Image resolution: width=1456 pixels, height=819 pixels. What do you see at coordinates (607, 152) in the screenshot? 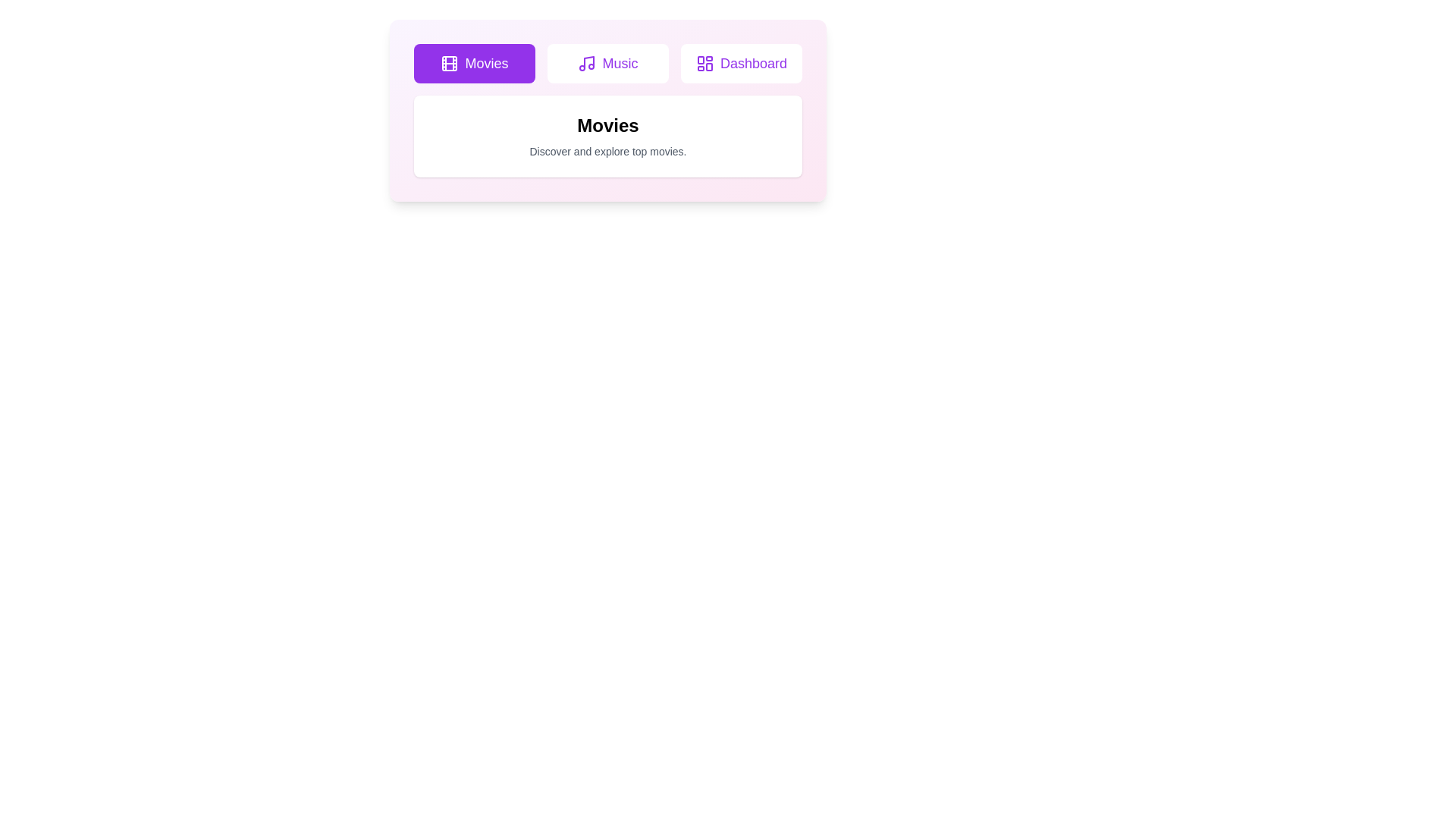
I see `the displayed text description for the active tab, which is 'Discover and explore top movies.'` at bounding box center [607, 152].